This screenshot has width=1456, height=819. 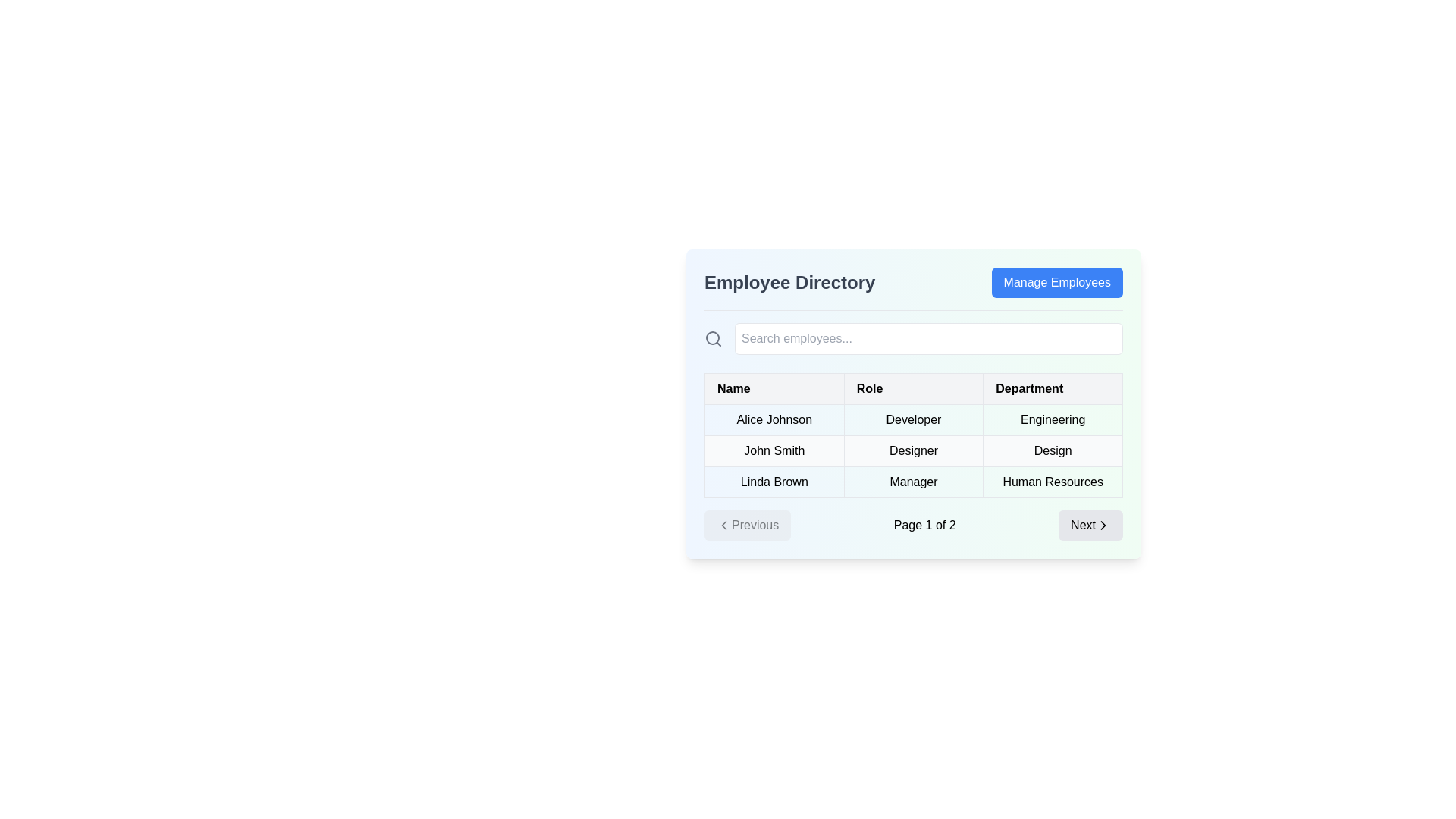 What do you see at coordinates (1052, 450) in the screenshot?
I see `the Text Label displaying 'Designer' for employee 'John Smith' in the Department column of the employee directory table` at bounding box center [1052, 450].